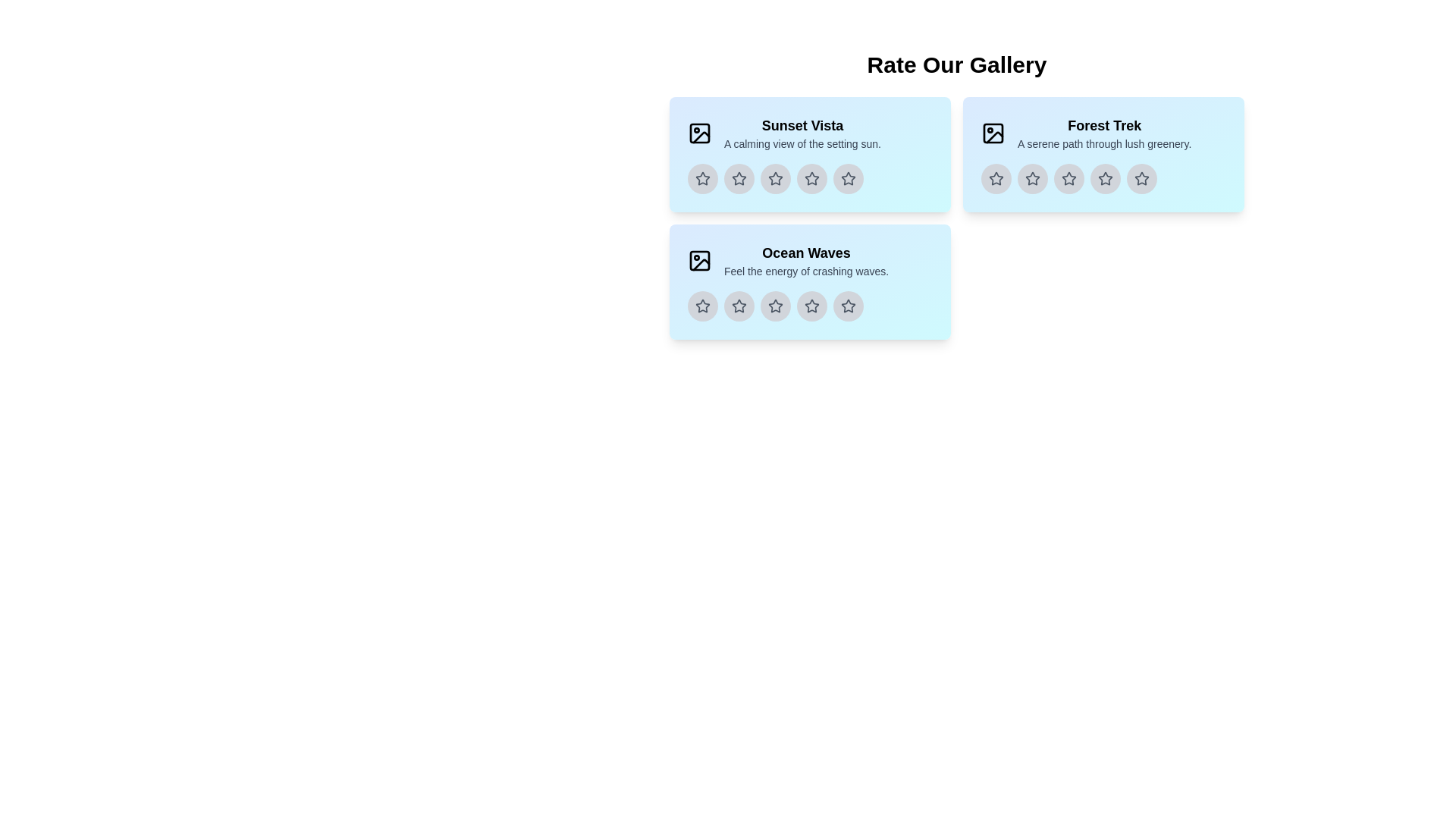 This screenshot has width=1456, height=819. What do you see at coordinates (996, 177) in the screenshot?
I see `the first circular button with a gray background and a hollow star icon` at bounding box center [996, 177].